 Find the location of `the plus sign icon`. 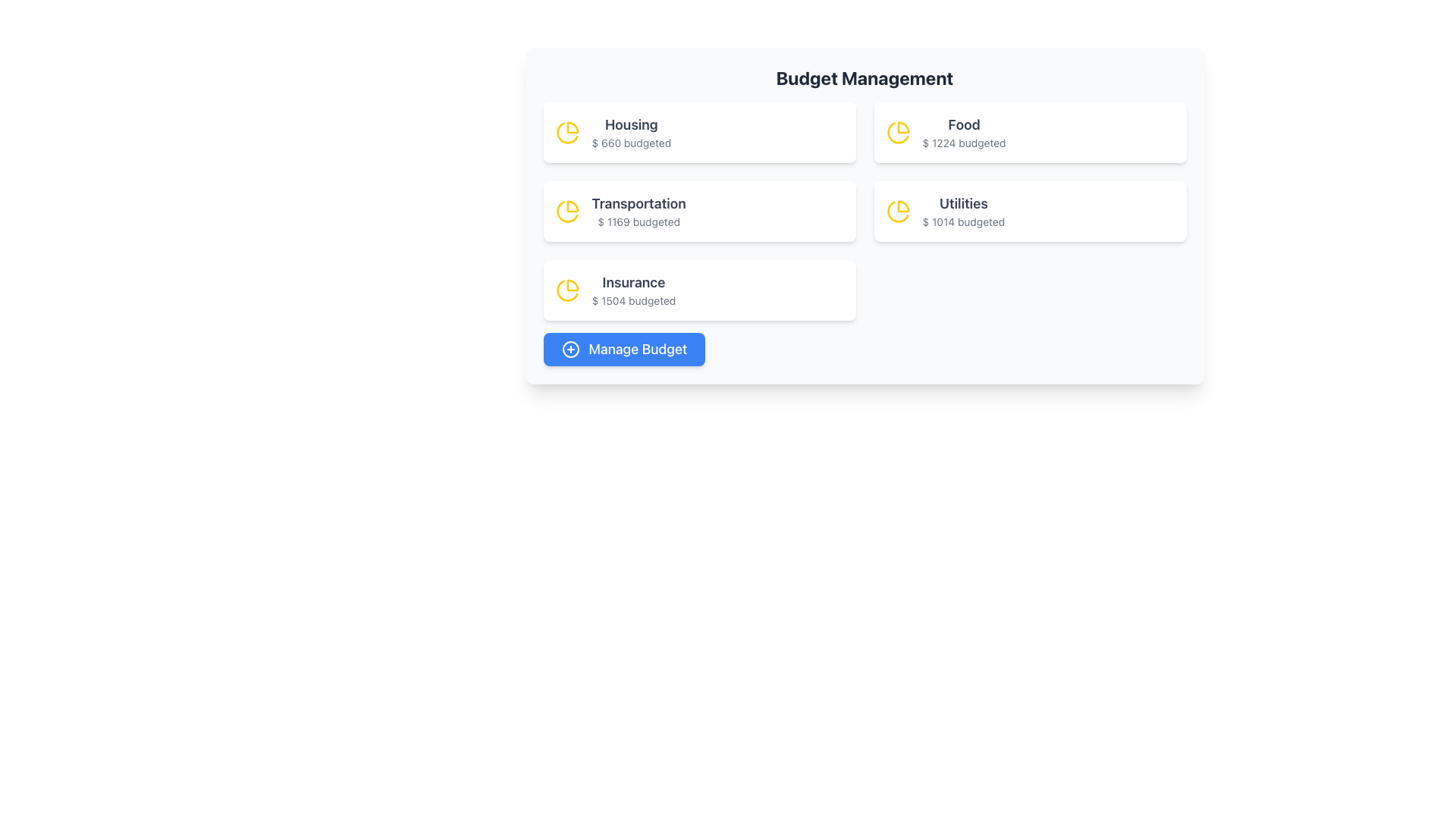

the plus sign icon is located at coordinates (570, 350).